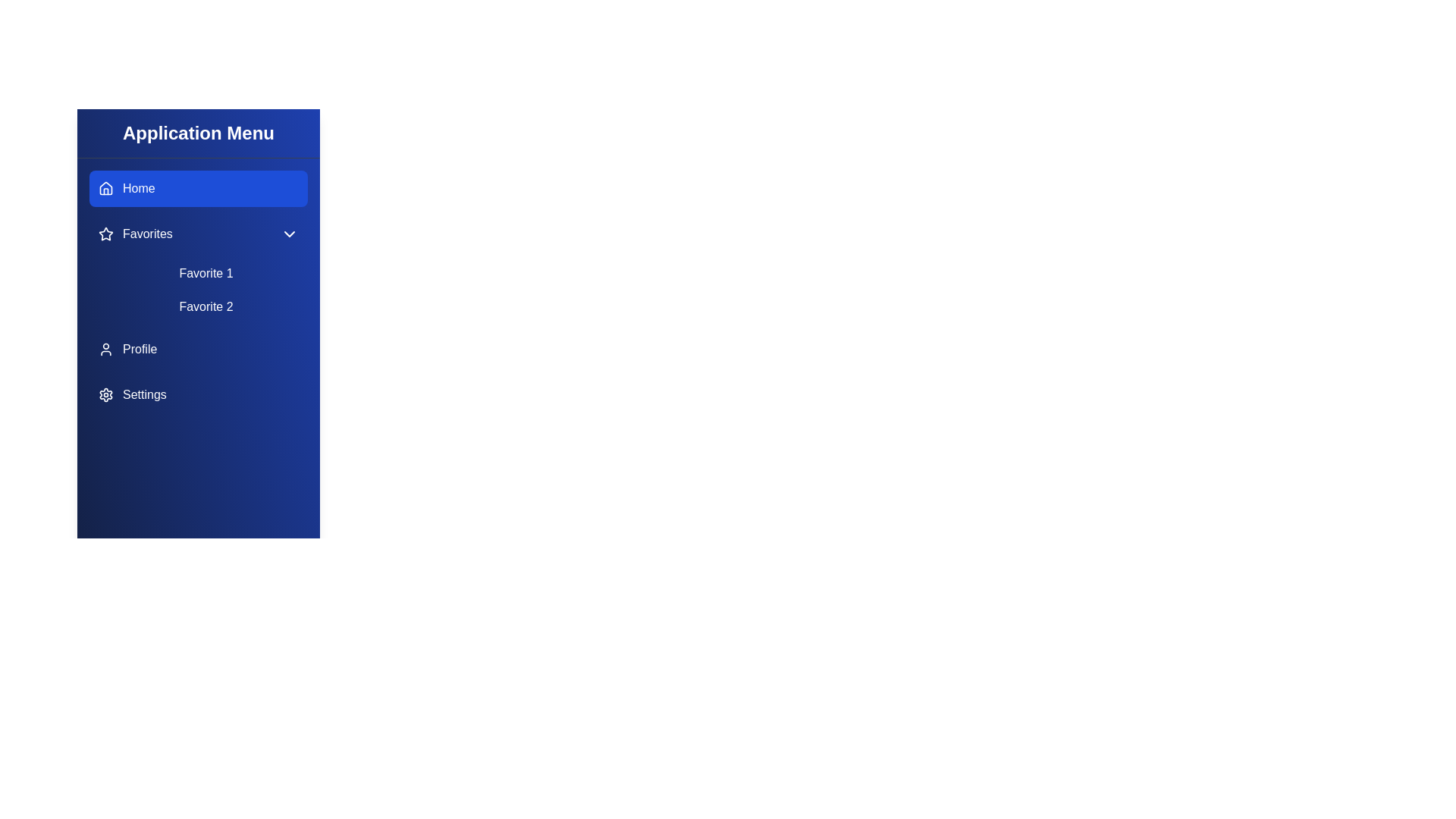 The height and width of the screenshot is (819, 1456). What do you see at coordinates (105, 234) in the screenshot?
I see `the non-interactive star icon representing the 'Favorites' section located in the sidebar menu next to the 'Favorites' label` at bounding box center [105, 234].